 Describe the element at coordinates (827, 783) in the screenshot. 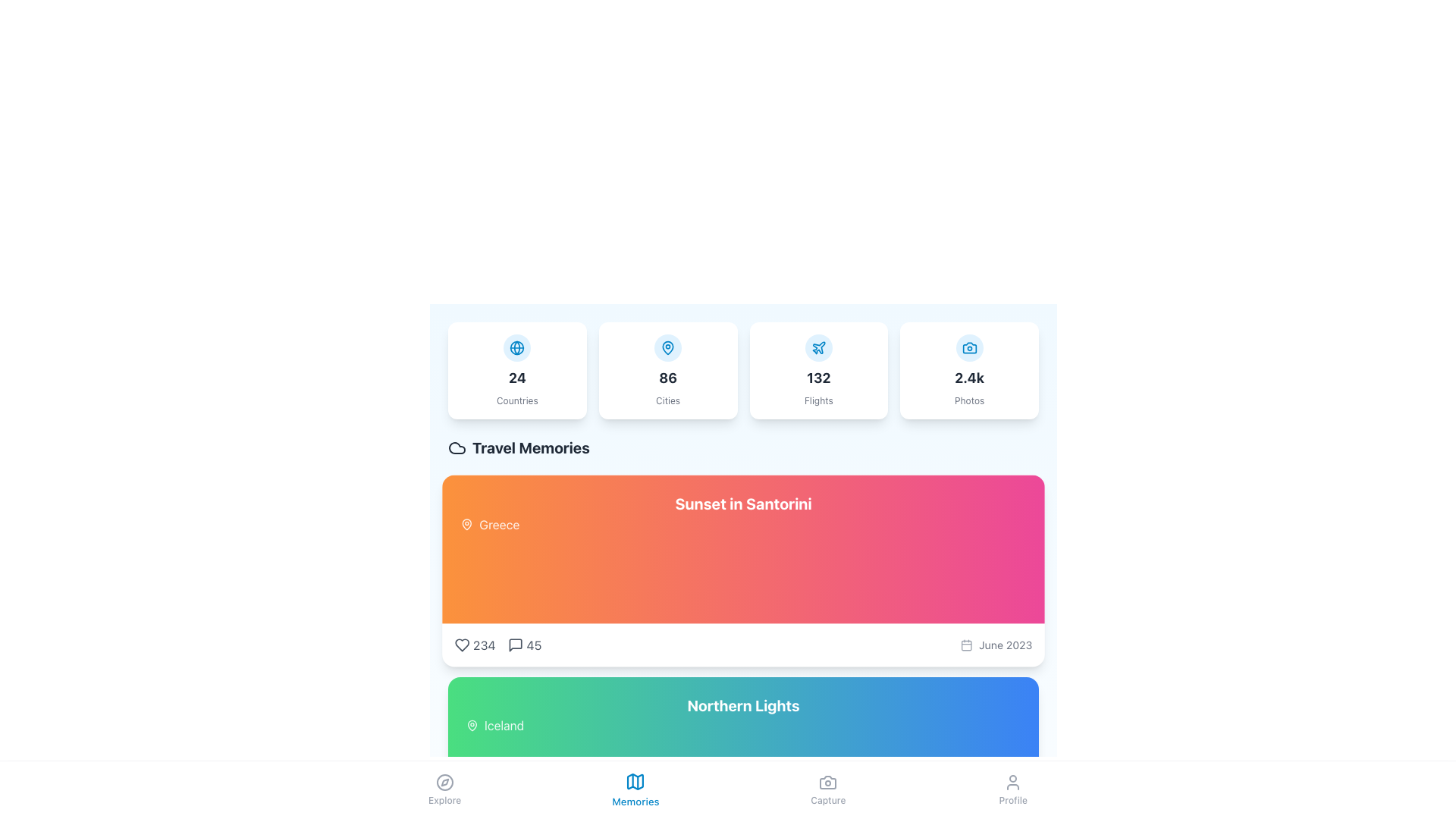

I see `the 'Capture' icon` at that location.